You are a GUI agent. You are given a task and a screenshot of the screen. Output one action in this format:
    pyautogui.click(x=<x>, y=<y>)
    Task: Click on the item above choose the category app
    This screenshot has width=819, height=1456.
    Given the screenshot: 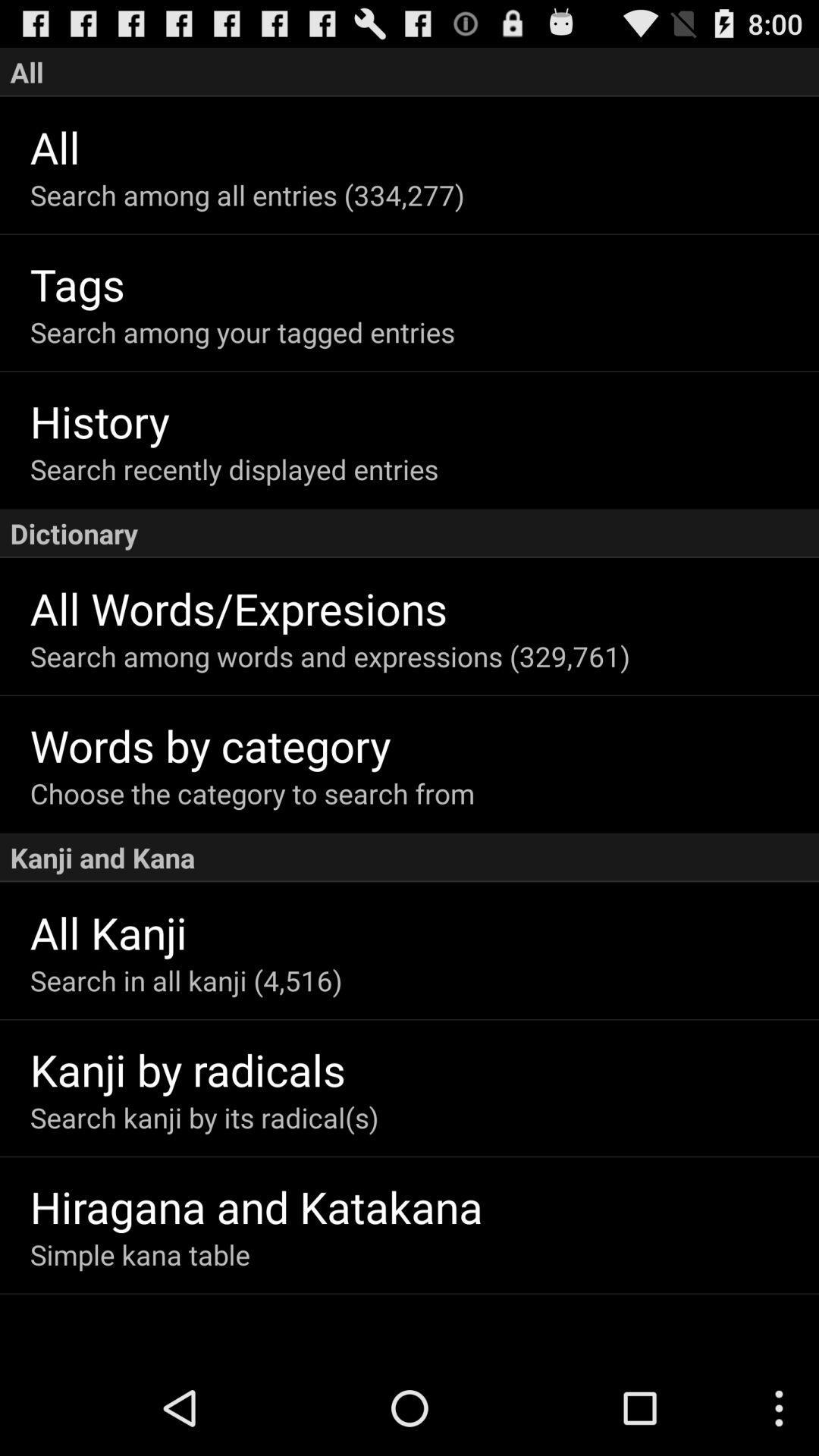 What is the action you would take?
    pyautogui.click(x=424, y=745)
    